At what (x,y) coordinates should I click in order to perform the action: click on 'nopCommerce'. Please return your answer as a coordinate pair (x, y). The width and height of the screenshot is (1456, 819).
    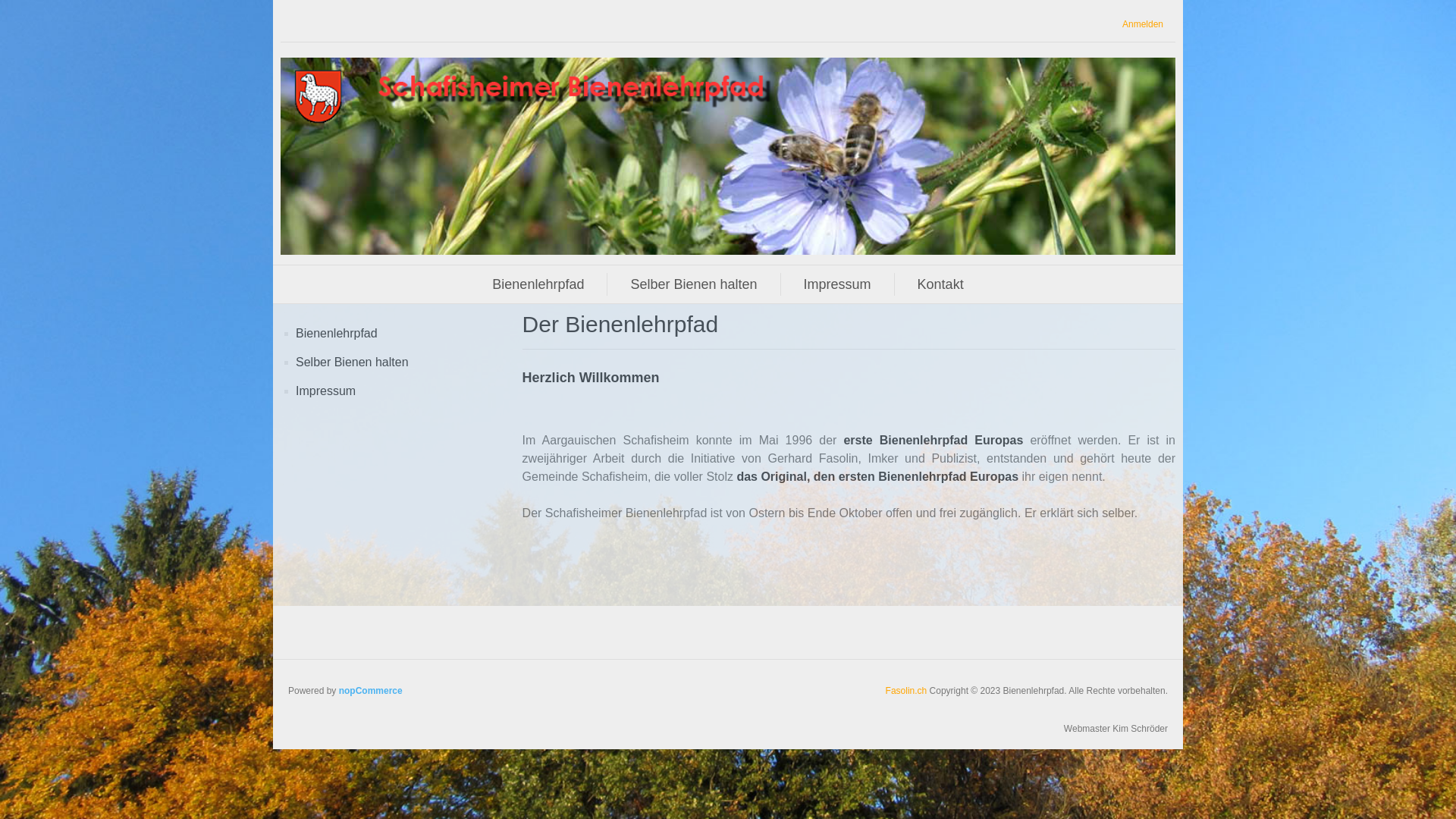
    Looking at the image, I should click on (371, 690).